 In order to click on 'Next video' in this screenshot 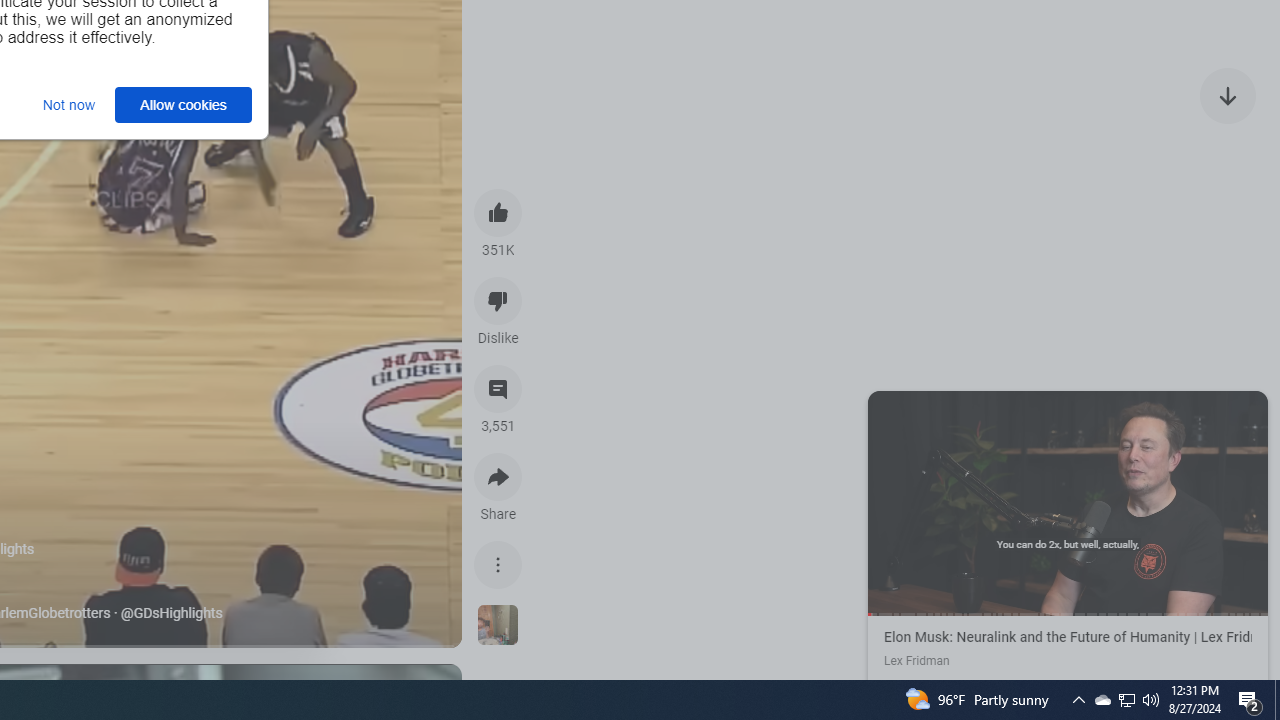, I will do `click(1227, 95)`.